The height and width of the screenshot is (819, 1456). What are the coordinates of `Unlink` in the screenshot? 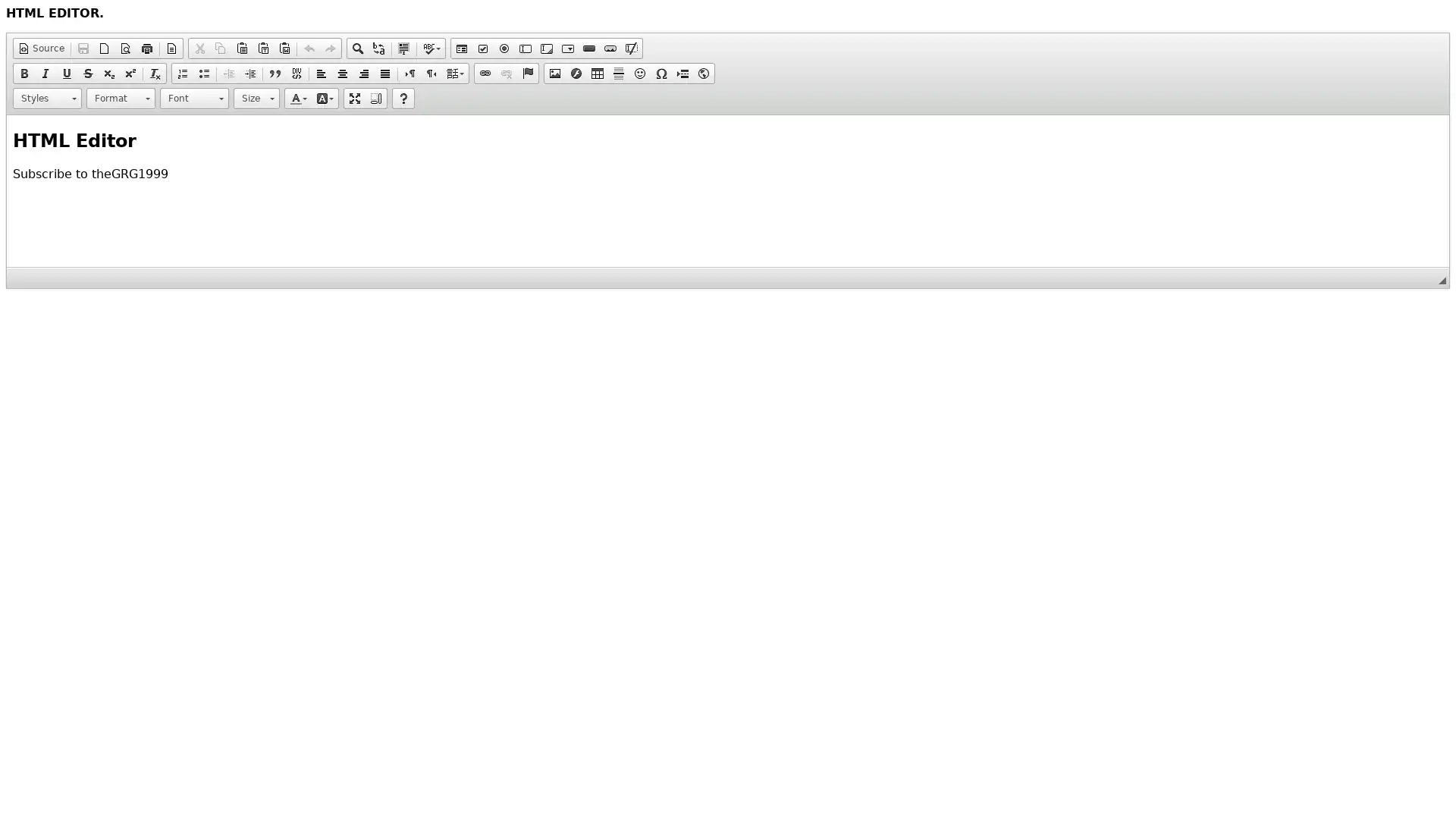 It's located at (506, 73).